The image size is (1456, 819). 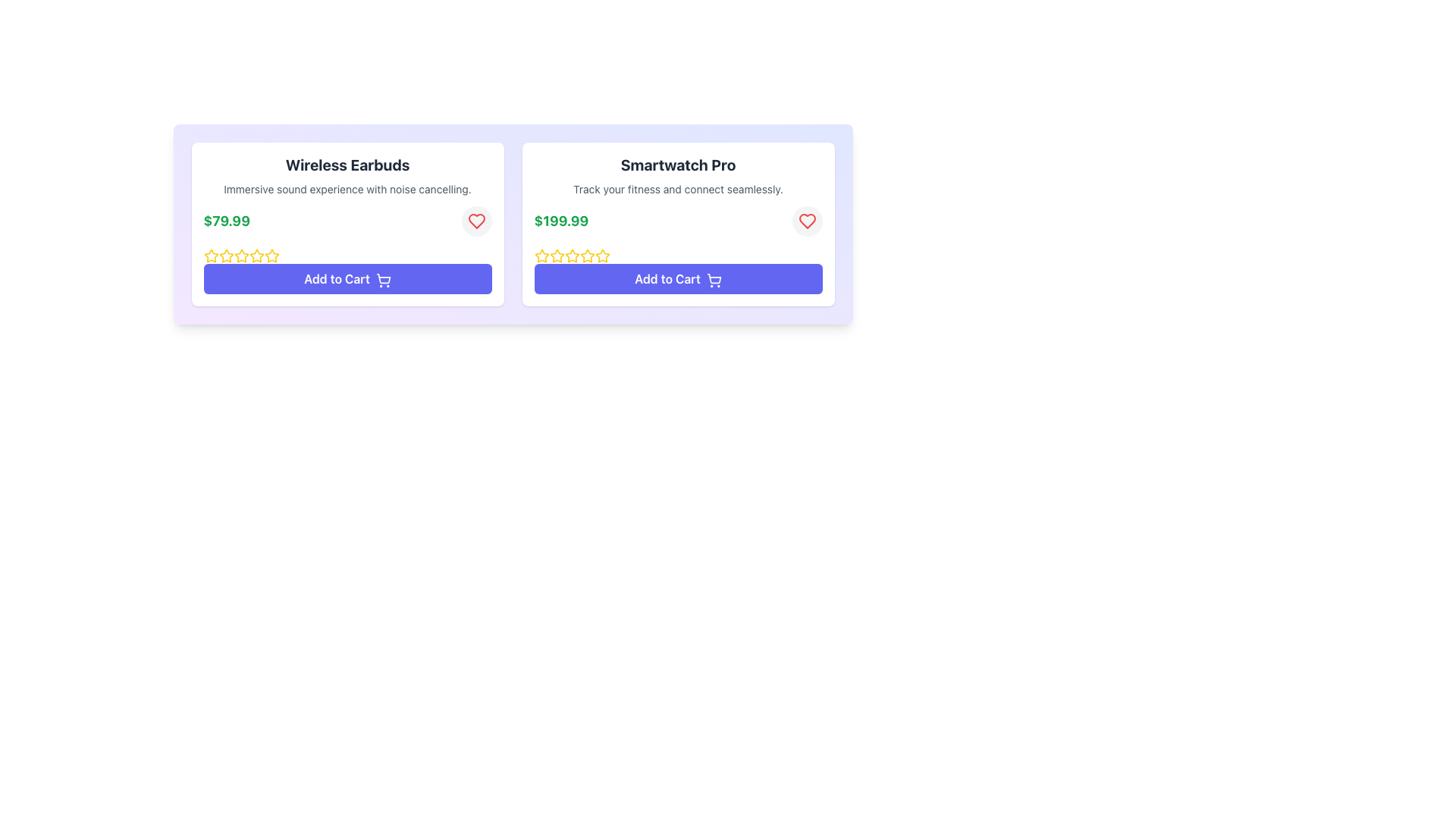 What do you see at coordinates (226, 221) in the screenshot?
I see `price information displayed in the bold, large green text label showing '$79.99' located under the main heading 'Wireless Earbuds' on the left card of a two-card layout` at bounding box center [226, 221].